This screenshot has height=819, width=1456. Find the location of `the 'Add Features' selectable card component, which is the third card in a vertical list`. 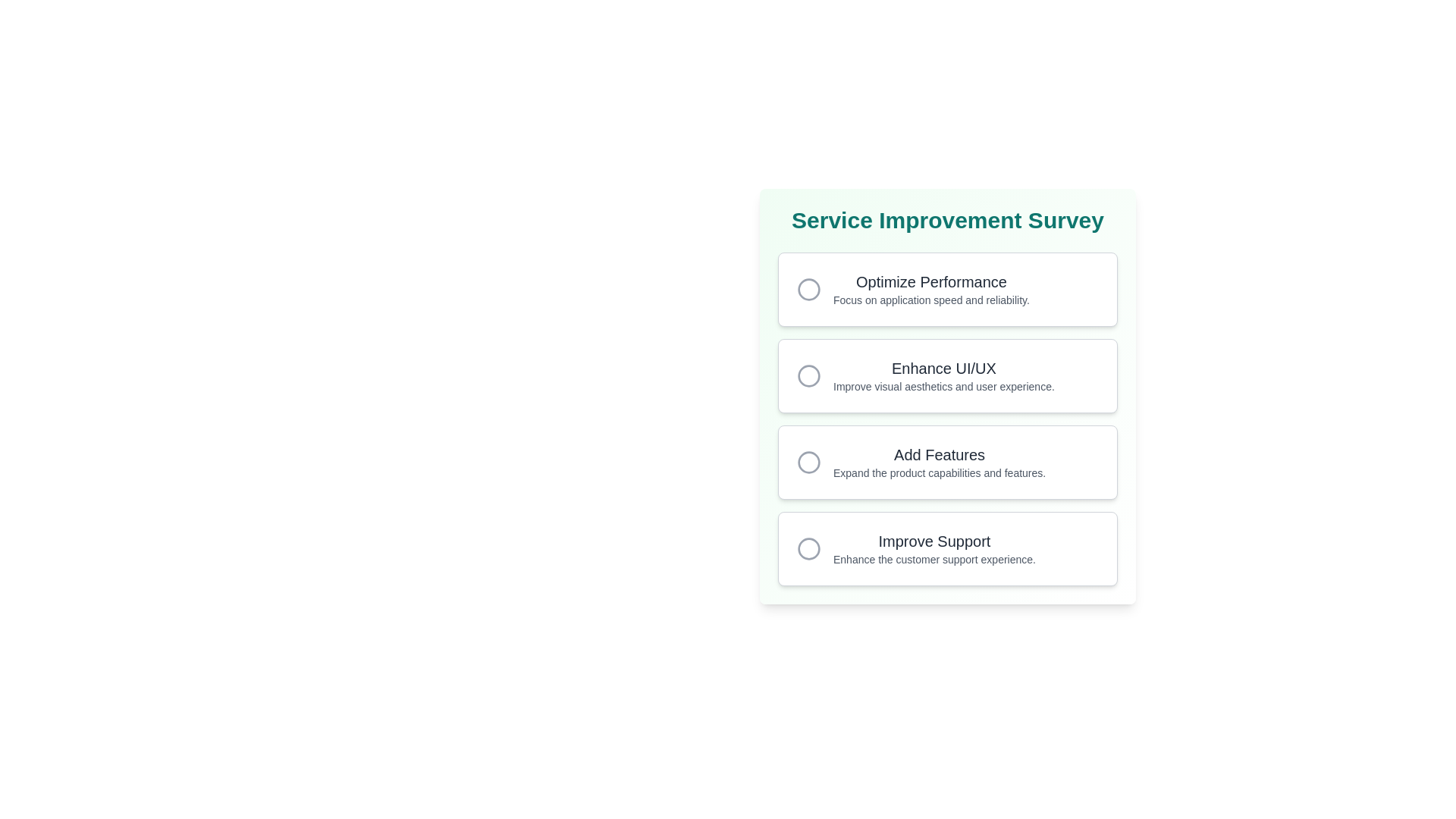

the 'Add Features' selectable card component, which is the third card in a vertical list is located at coordinates (946, 461).